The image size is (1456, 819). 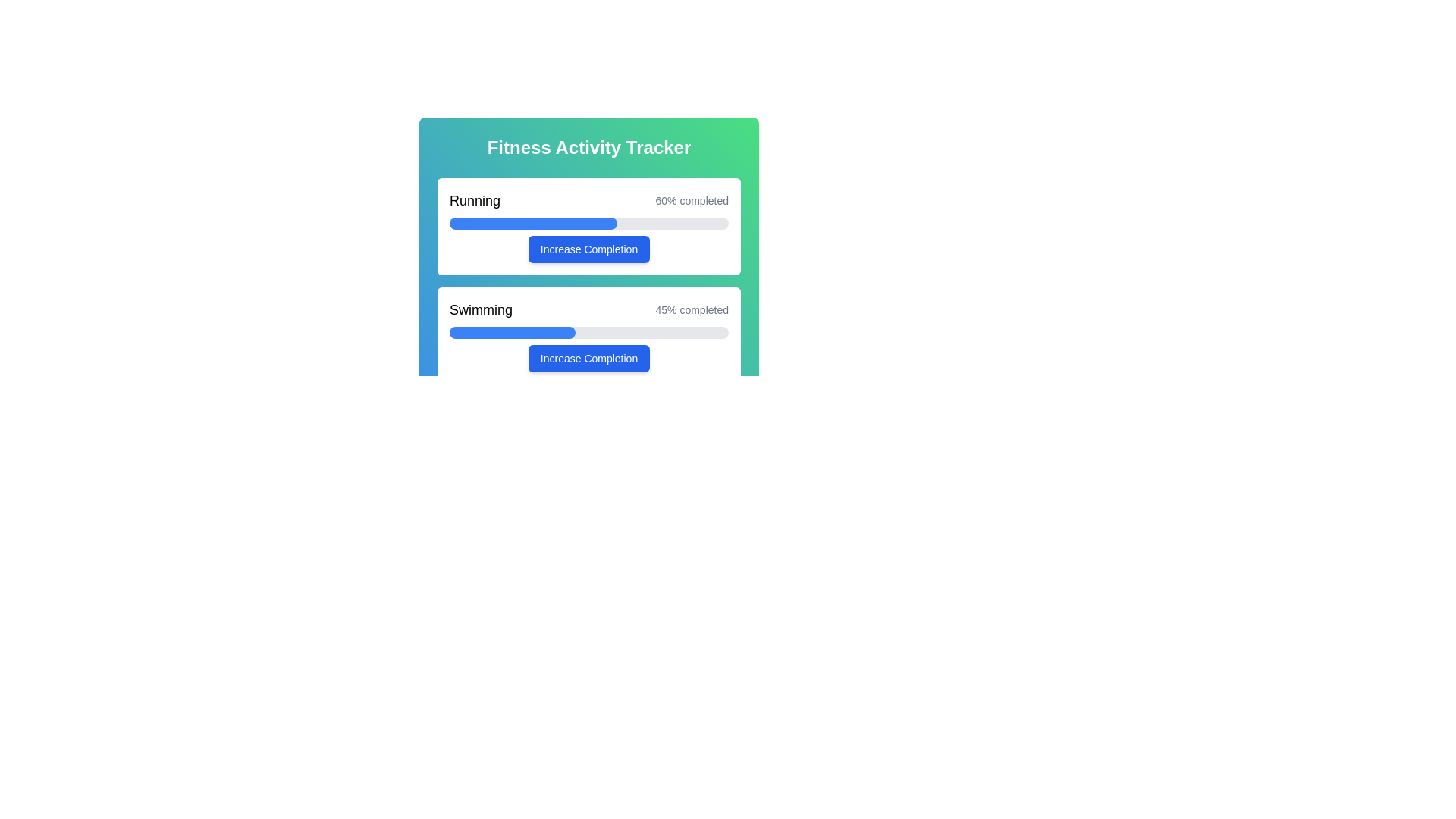 I want to click on progress details from the 'Swimming' card, which is the second card in a vertically stacked list, displaying '45% completed' and a blue progress bar, so click(x=588, y=335).